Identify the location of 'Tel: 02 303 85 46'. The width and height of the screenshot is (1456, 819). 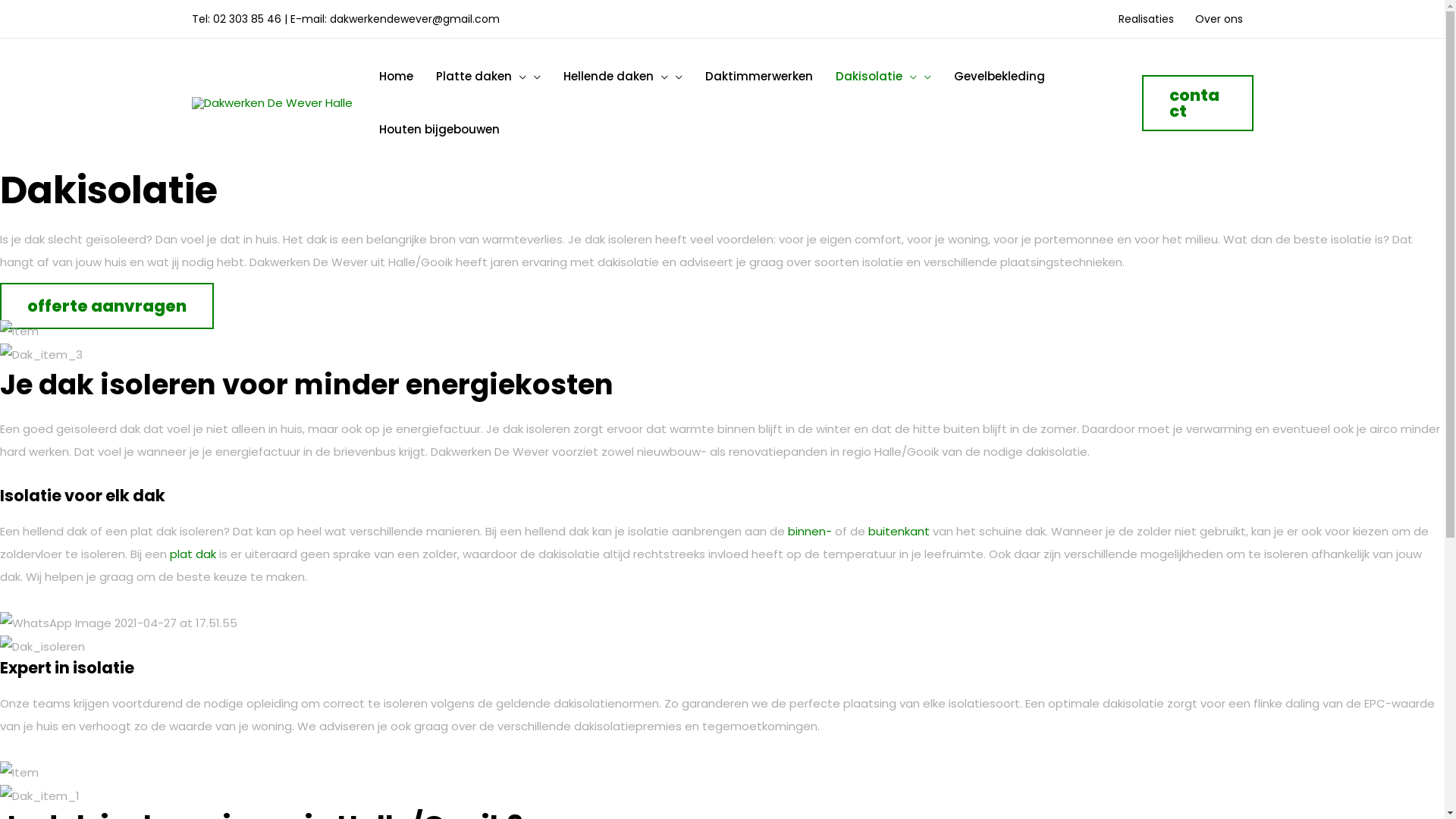
(190, 18).